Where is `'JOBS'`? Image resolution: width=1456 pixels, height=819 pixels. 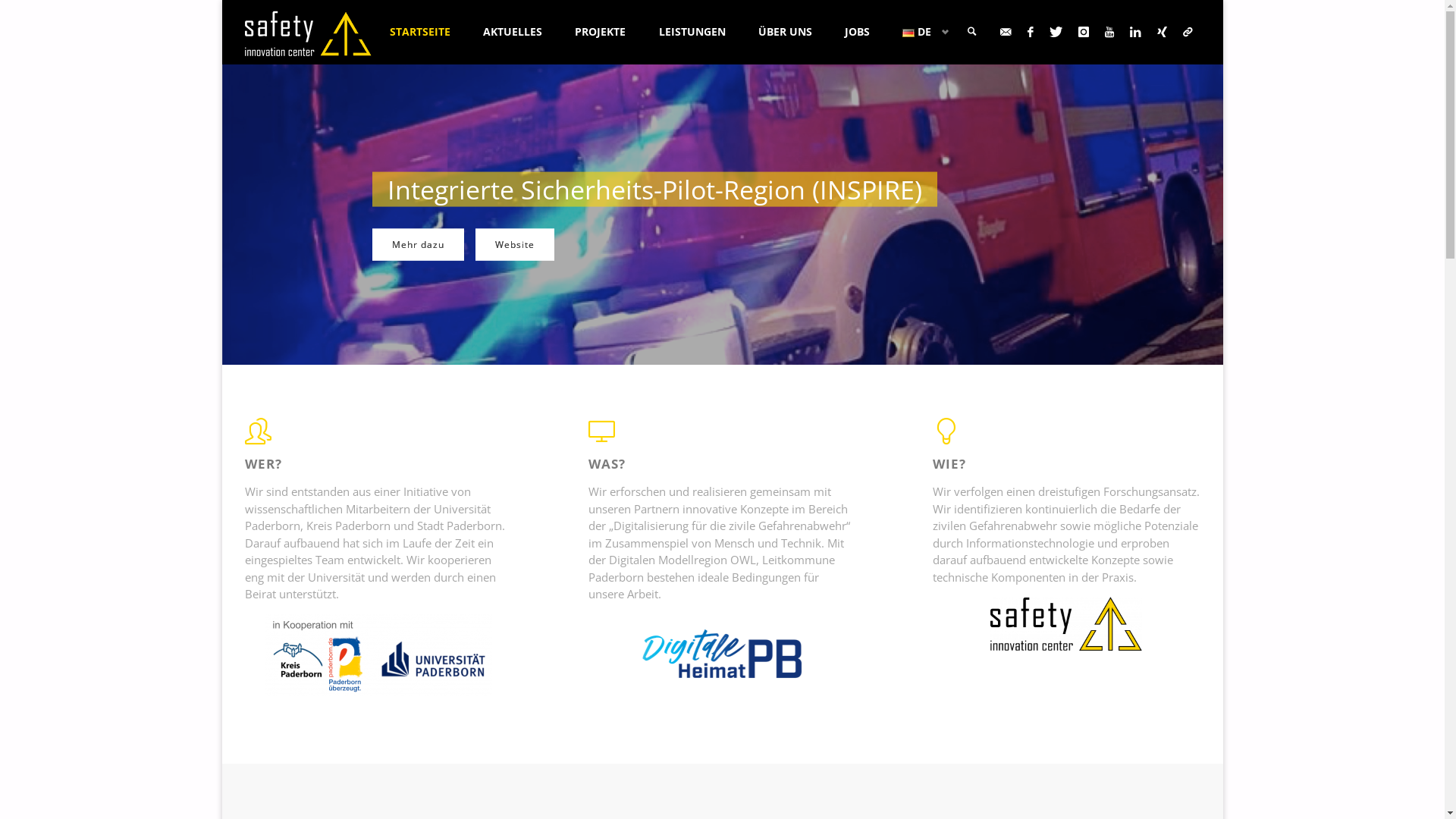 'JOBS' is located at coordinates (856, 32).